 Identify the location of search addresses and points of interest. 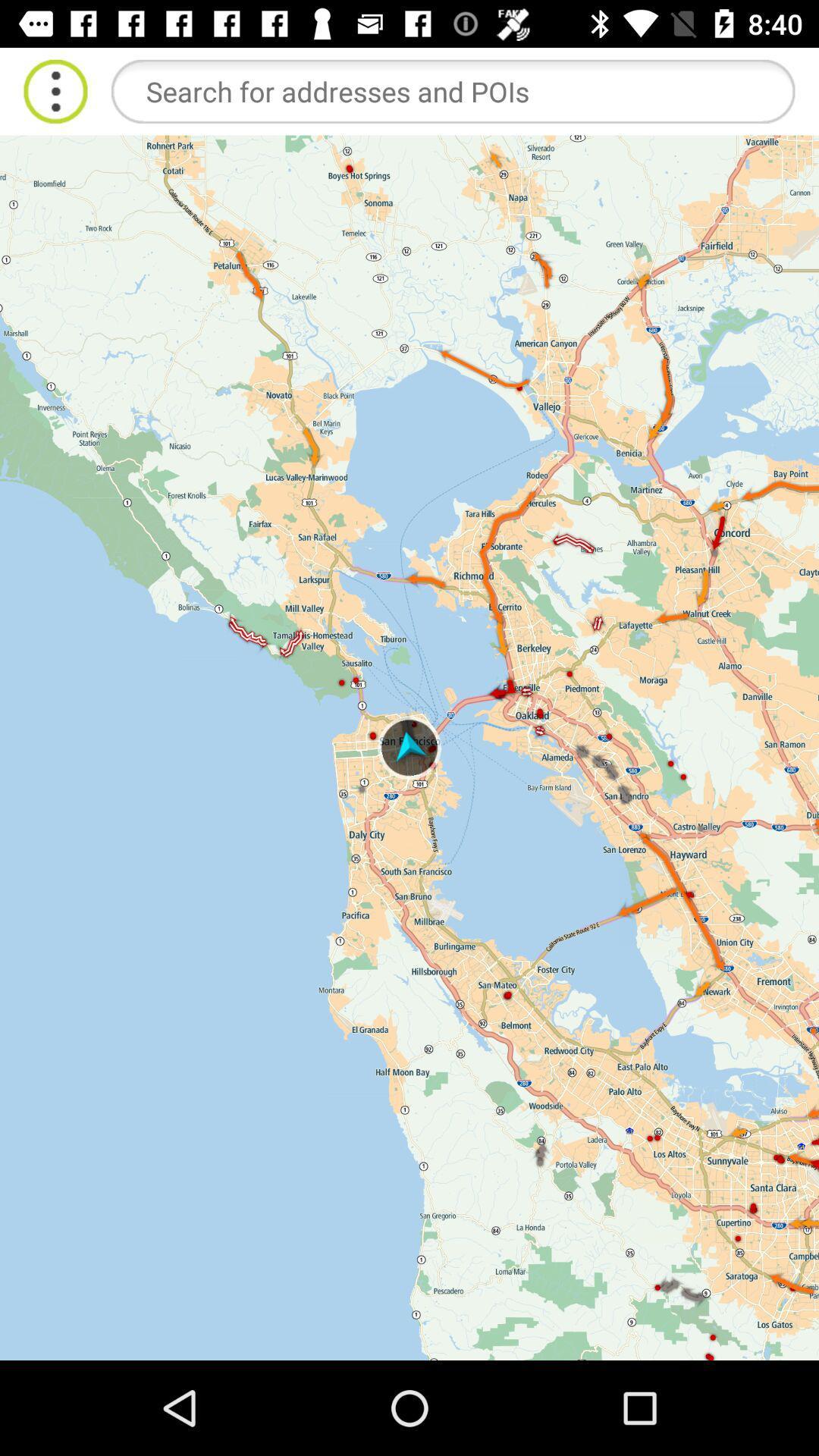
(452, 90).